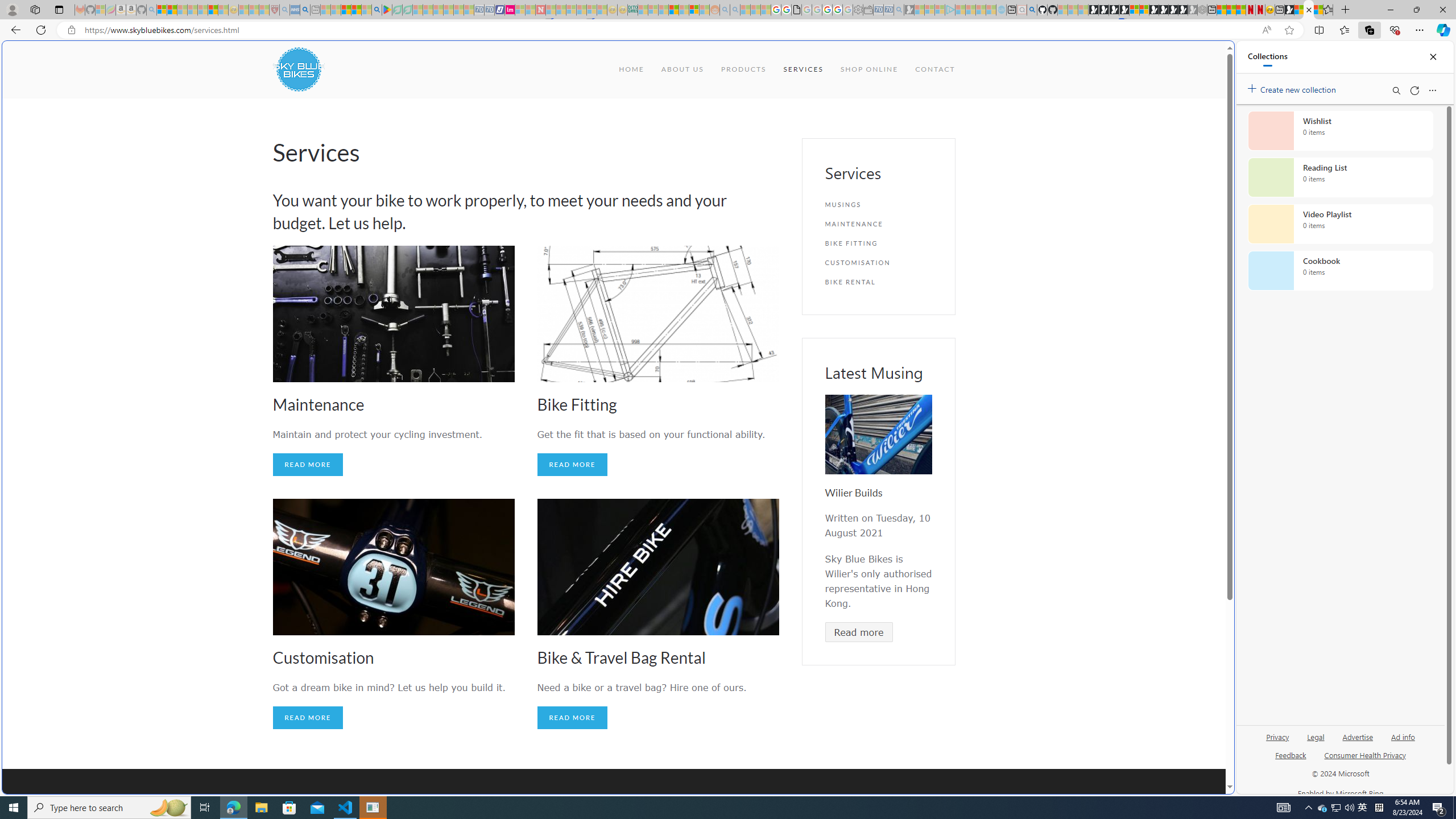 The image size is (1456, 819). Describe the element at coordinates (878, 262) in the screenshot. I see `'CUSTOMISATION'` at that location.